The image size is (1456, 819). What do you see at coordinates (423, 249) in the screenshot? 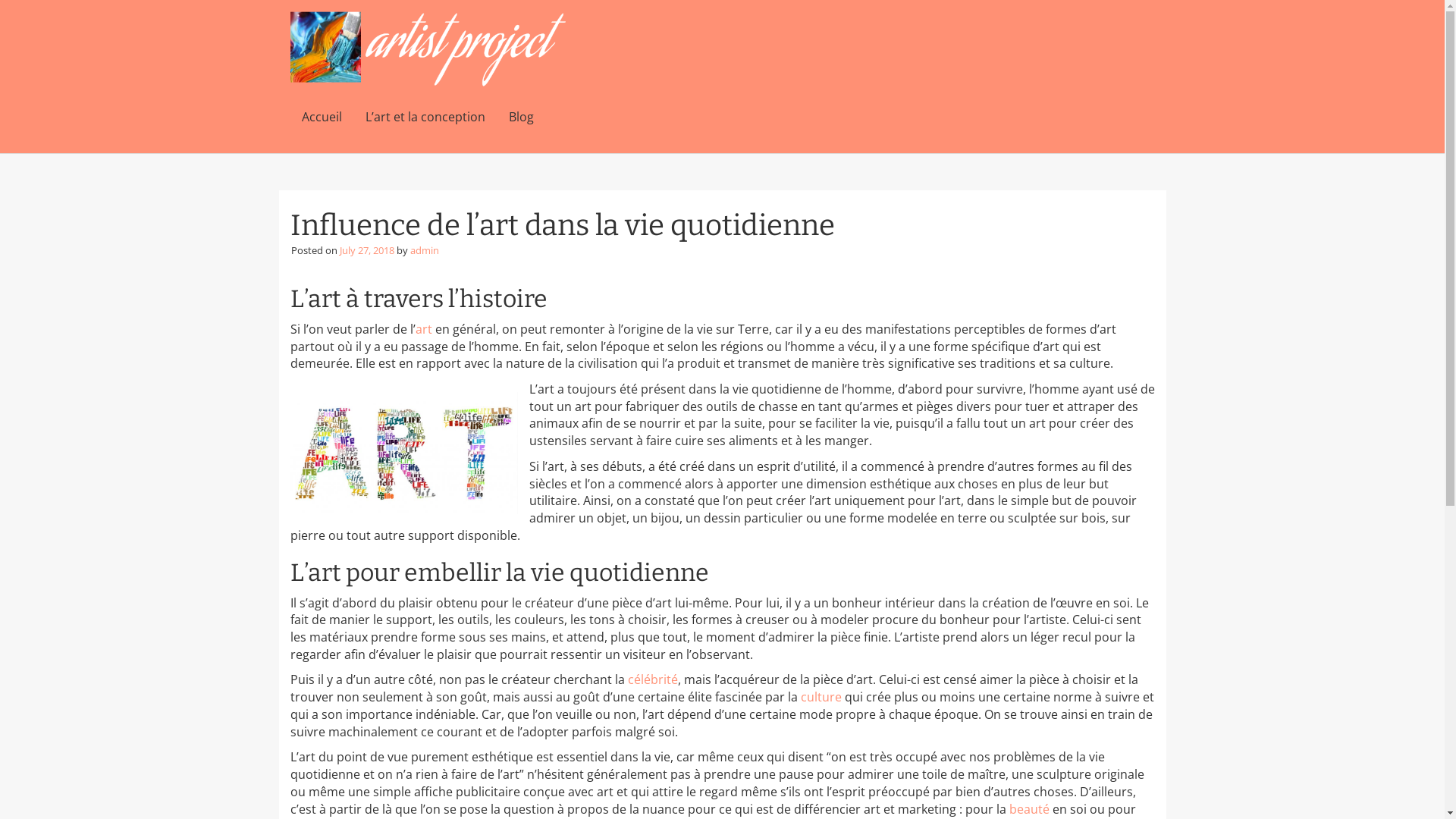
I see `'admin'` at bounding box center [423, 249].